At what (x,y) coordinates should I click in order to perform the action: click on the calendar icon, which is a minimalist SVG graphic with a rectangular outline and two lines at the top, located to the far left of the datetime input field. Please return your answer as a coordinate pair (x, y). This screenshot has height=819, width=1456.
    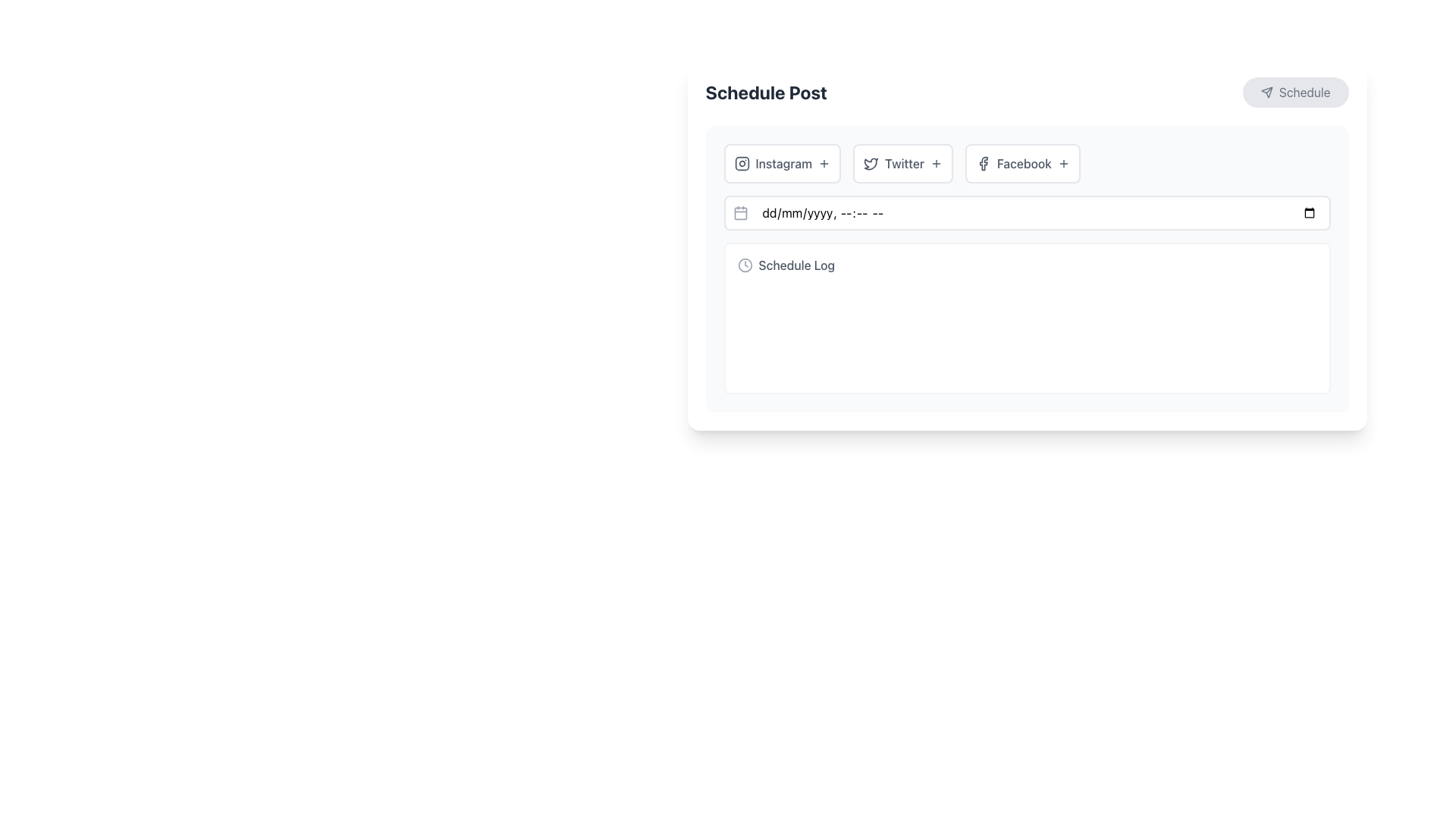
    Looking at the image, I should click on (740, 213).